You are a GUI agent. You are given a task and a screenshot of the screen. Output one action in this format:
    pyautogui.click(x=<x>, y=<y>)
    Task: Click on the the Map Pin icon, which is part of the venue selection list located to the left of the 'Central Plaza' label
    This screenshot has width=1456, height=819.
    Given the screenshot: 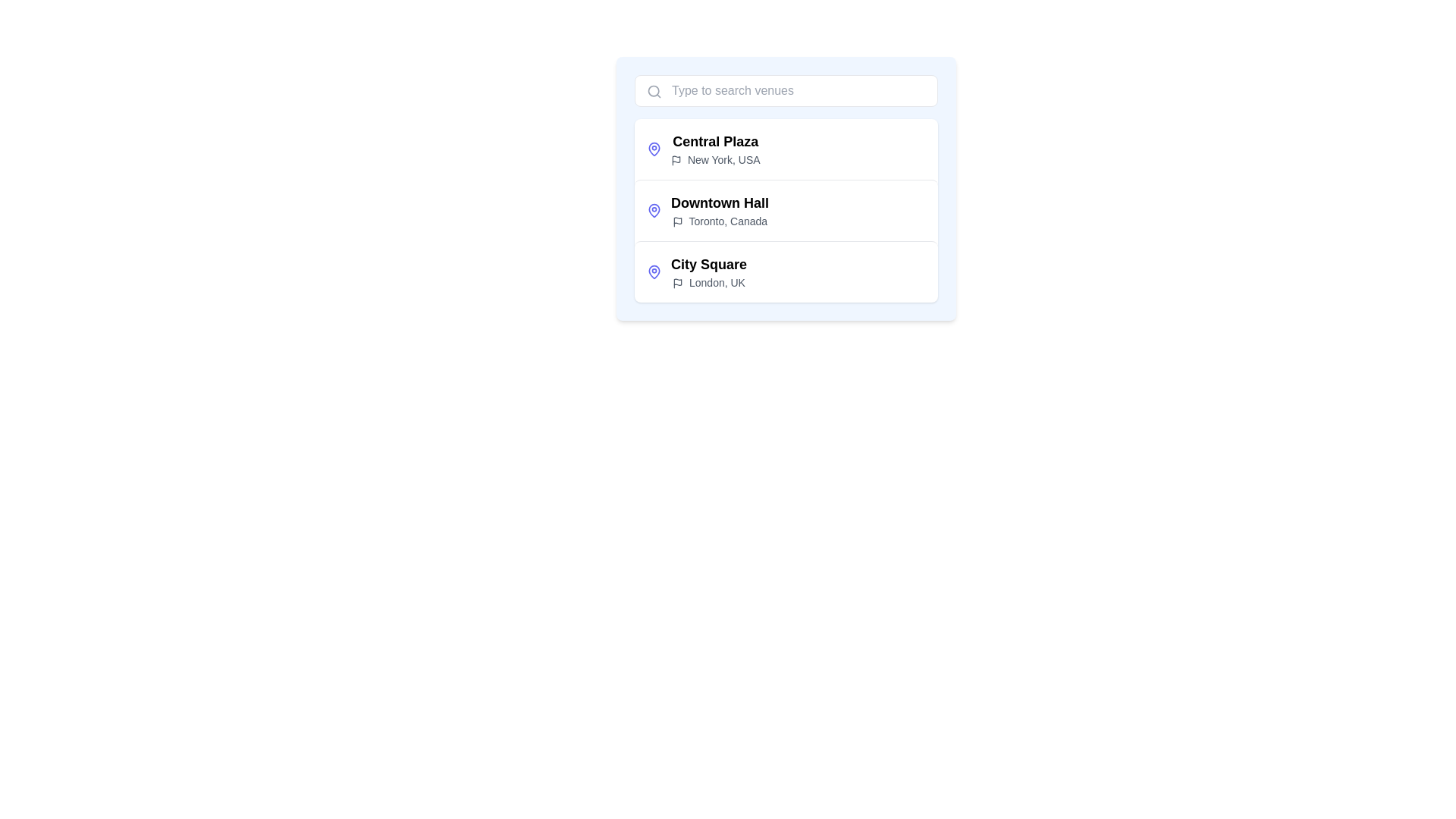 What is the action you would take?
    pyautogui.click(x=654, y=149)
    